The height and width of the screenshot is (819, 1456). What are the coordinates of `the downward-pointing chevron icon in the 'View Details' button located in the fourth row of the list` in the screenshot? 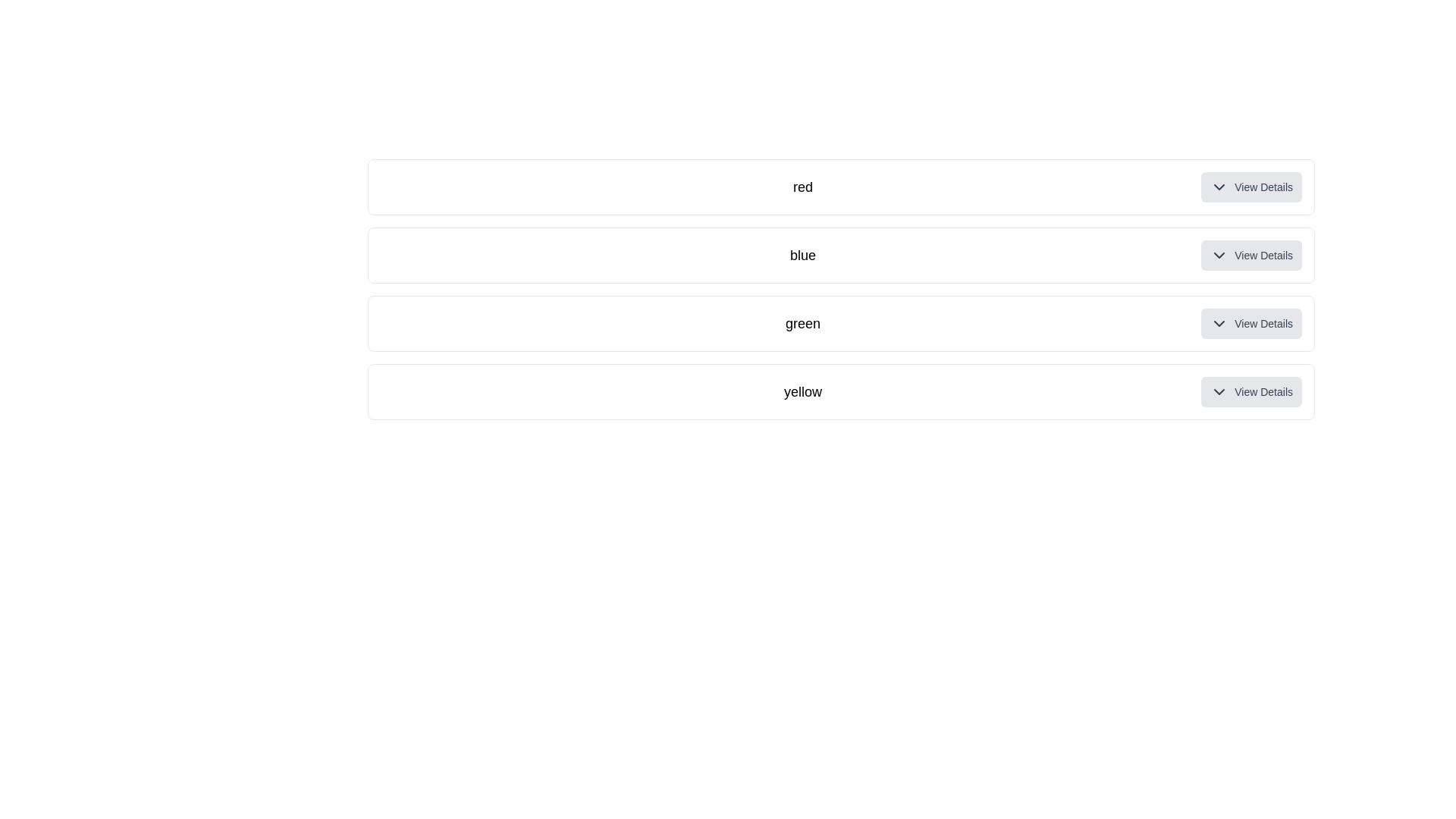 It's located at (1219, 391).